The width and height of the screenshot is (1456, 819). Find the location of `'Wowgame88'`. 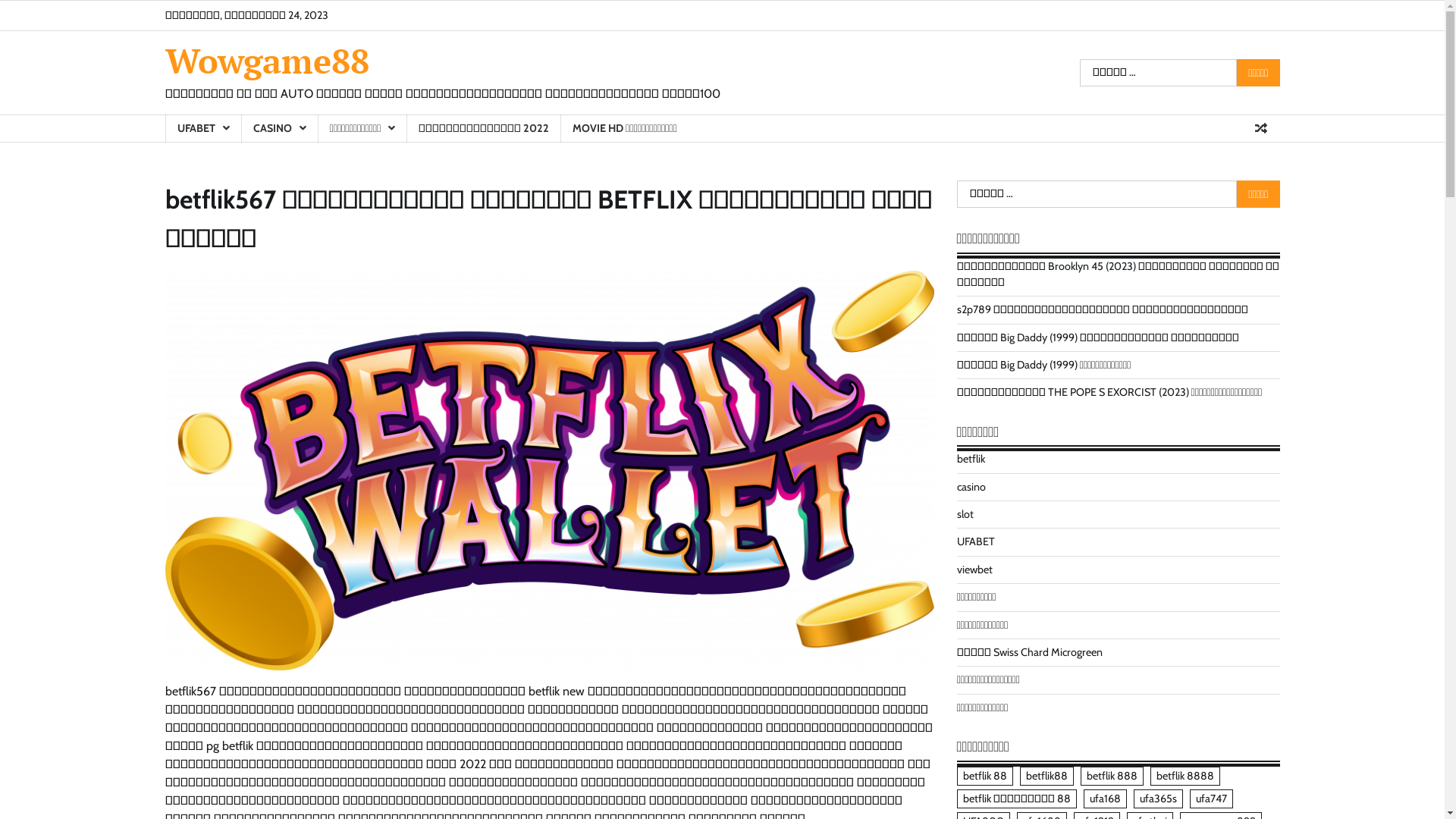

'Wowgame88' is located at coordinates (267, 60).